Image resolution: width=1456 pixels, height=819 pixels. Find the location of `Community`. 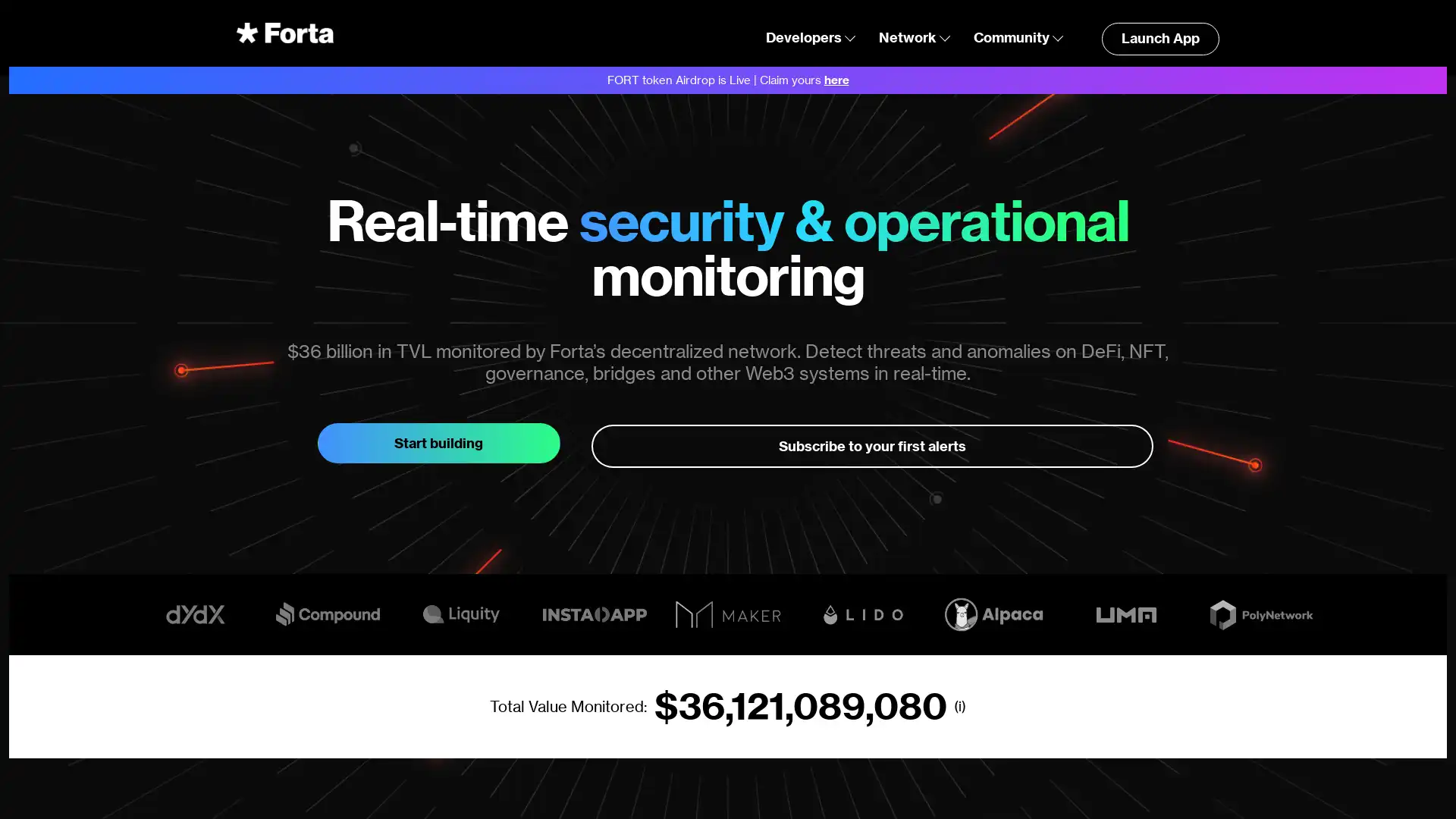

Community is located at coordinates (1018, 37).